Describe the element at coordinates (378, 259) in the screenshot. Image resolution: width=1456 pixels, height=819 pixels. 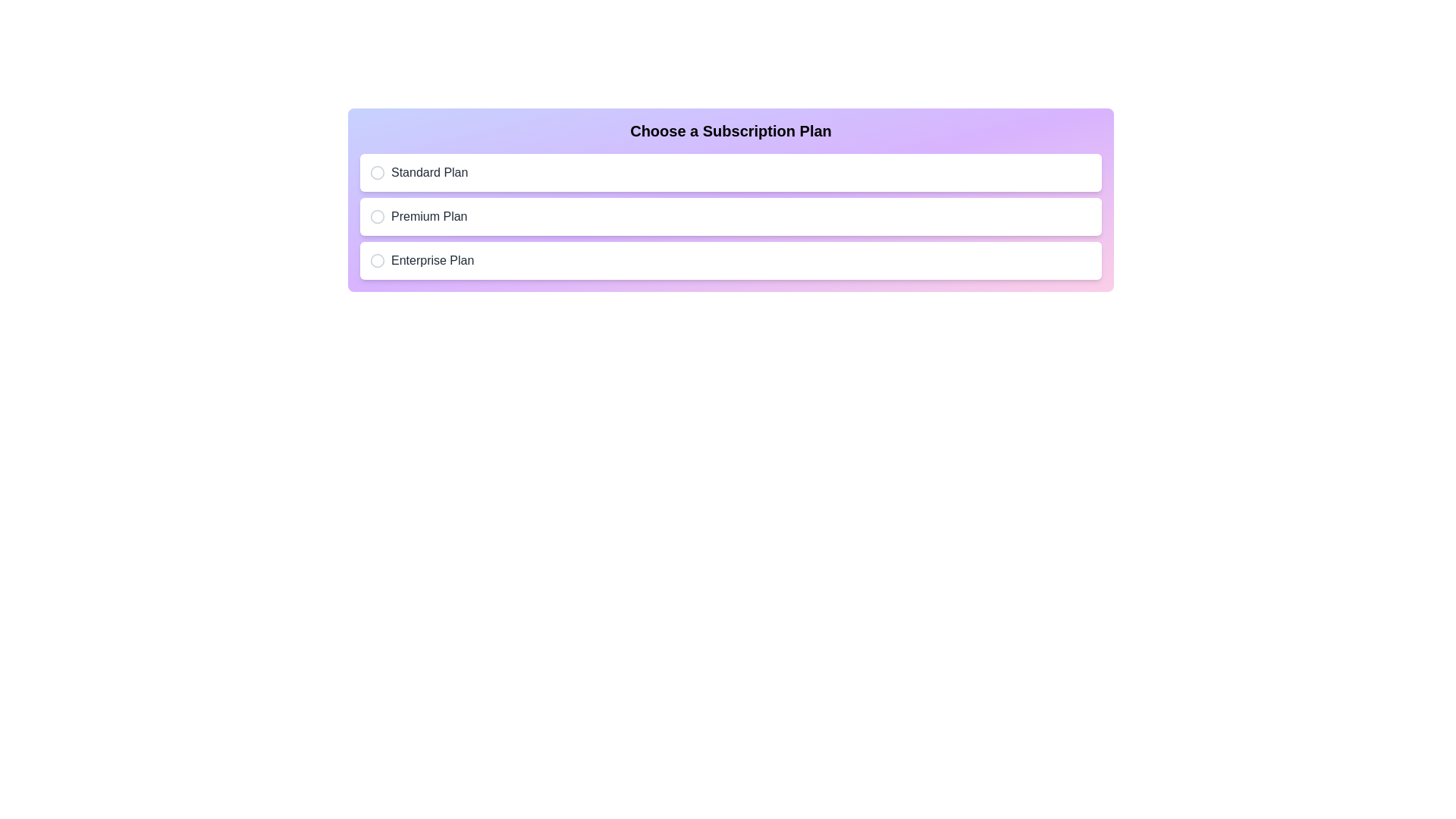
I see `the radio button representing the 'Enterprise Plan' subscription option` at that location.